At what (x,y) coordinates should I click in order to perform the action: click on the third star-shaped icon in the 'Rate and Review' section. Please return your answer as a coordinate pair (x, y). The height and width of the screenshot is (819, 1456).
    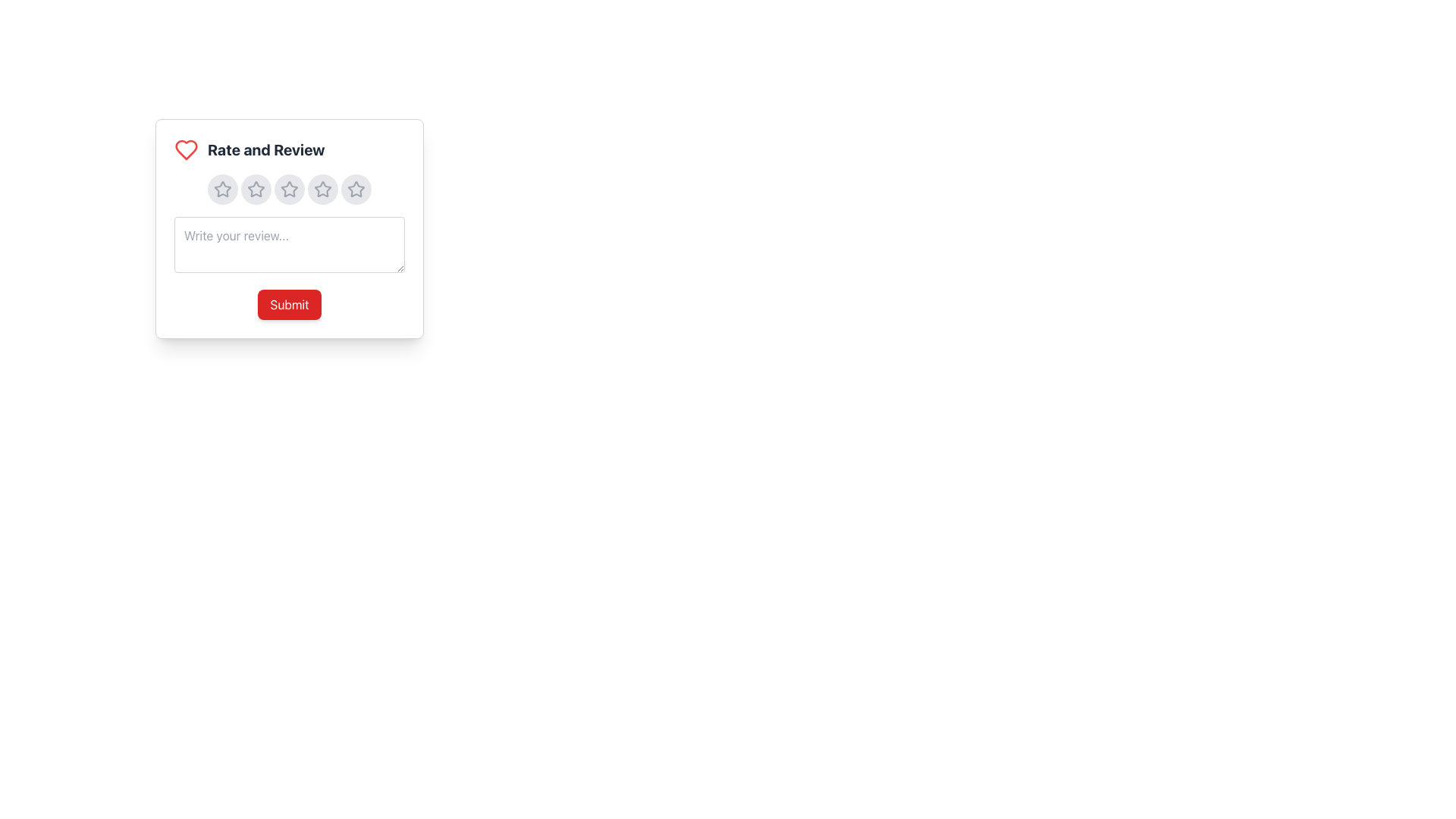
    Looking at the image, I should click on (290, 189).